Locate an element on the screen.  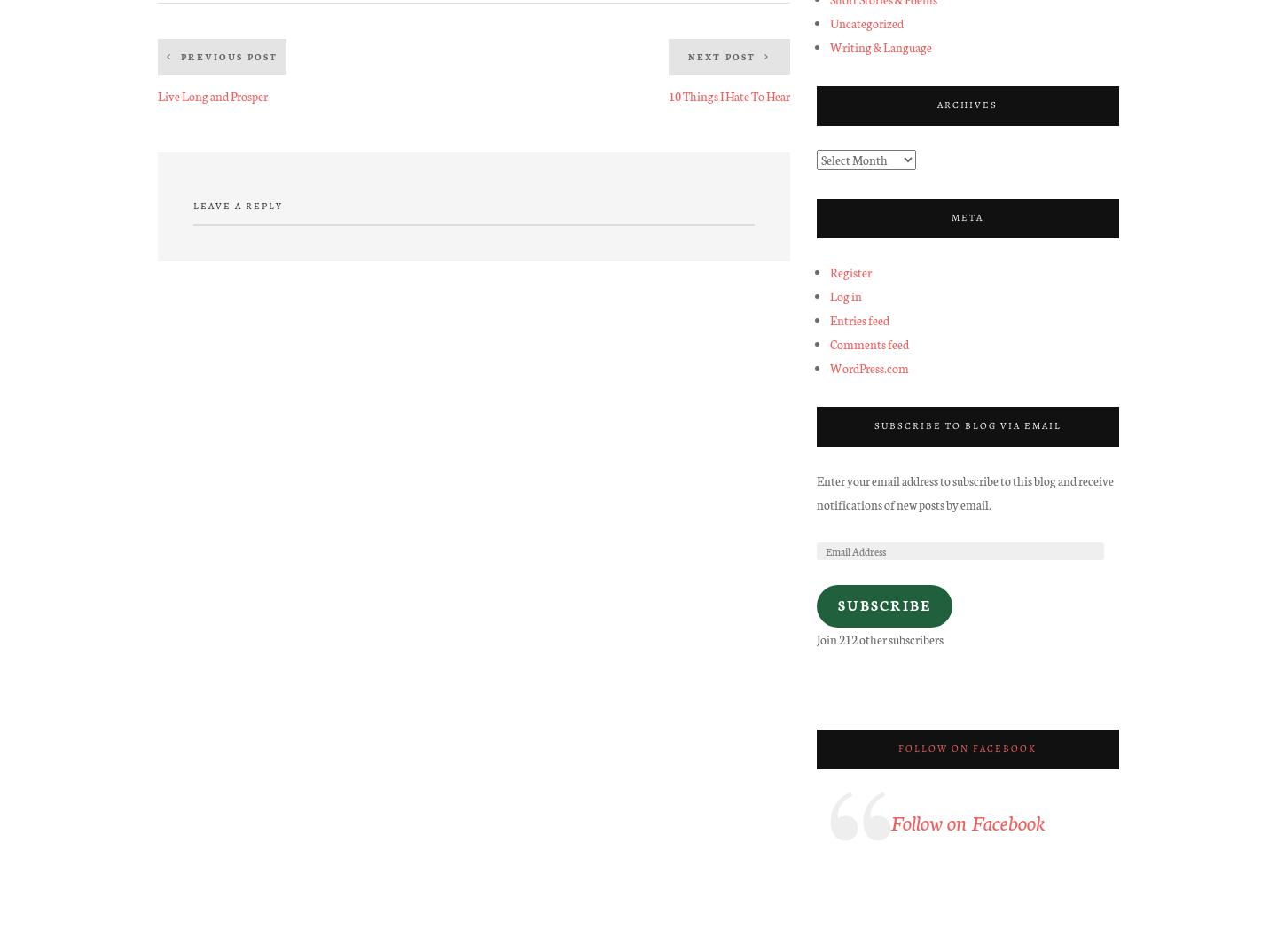
'Log in' is located at coordinates (828, 294).